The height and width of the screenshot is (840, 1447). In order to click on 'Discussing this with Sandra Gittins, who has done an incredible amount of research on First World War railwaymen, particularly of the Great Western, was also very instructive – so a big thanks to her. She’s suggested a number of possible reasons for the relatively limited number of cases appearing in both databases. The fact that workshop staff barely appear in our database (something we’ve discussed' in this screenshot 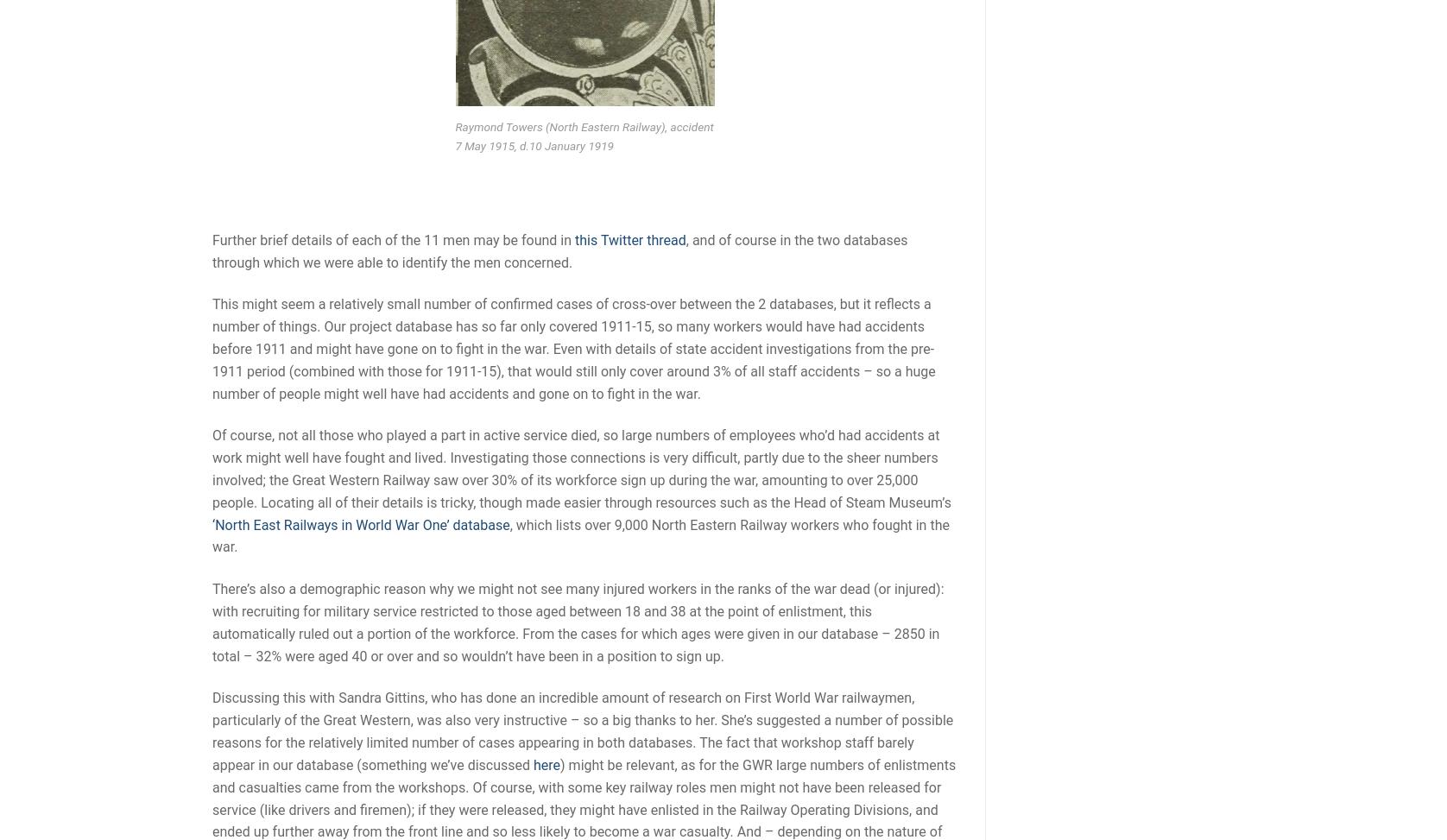, I will do `click(581, 730)`.